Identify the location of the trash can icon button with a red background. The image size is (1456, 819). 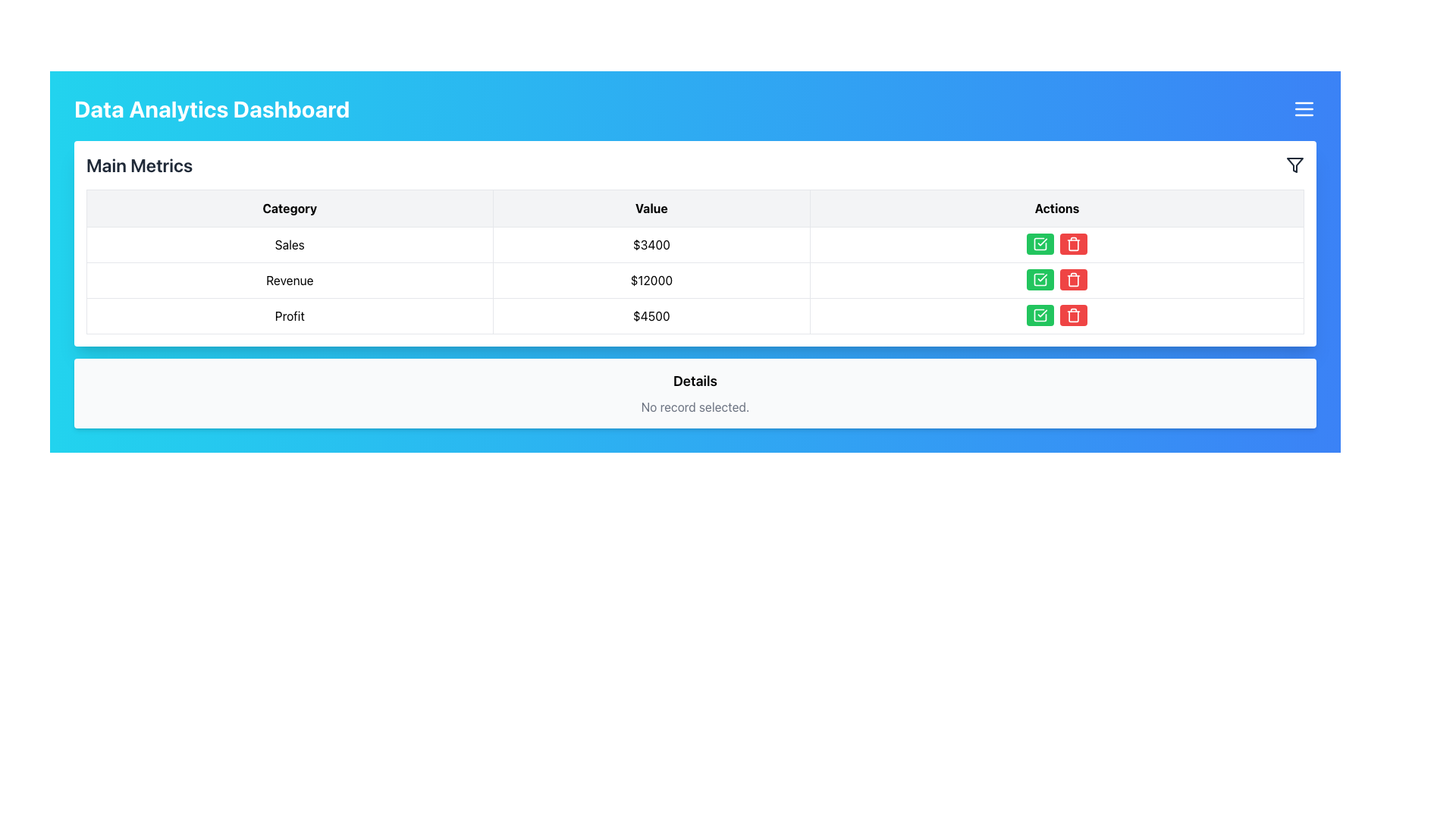
(1073, 243).